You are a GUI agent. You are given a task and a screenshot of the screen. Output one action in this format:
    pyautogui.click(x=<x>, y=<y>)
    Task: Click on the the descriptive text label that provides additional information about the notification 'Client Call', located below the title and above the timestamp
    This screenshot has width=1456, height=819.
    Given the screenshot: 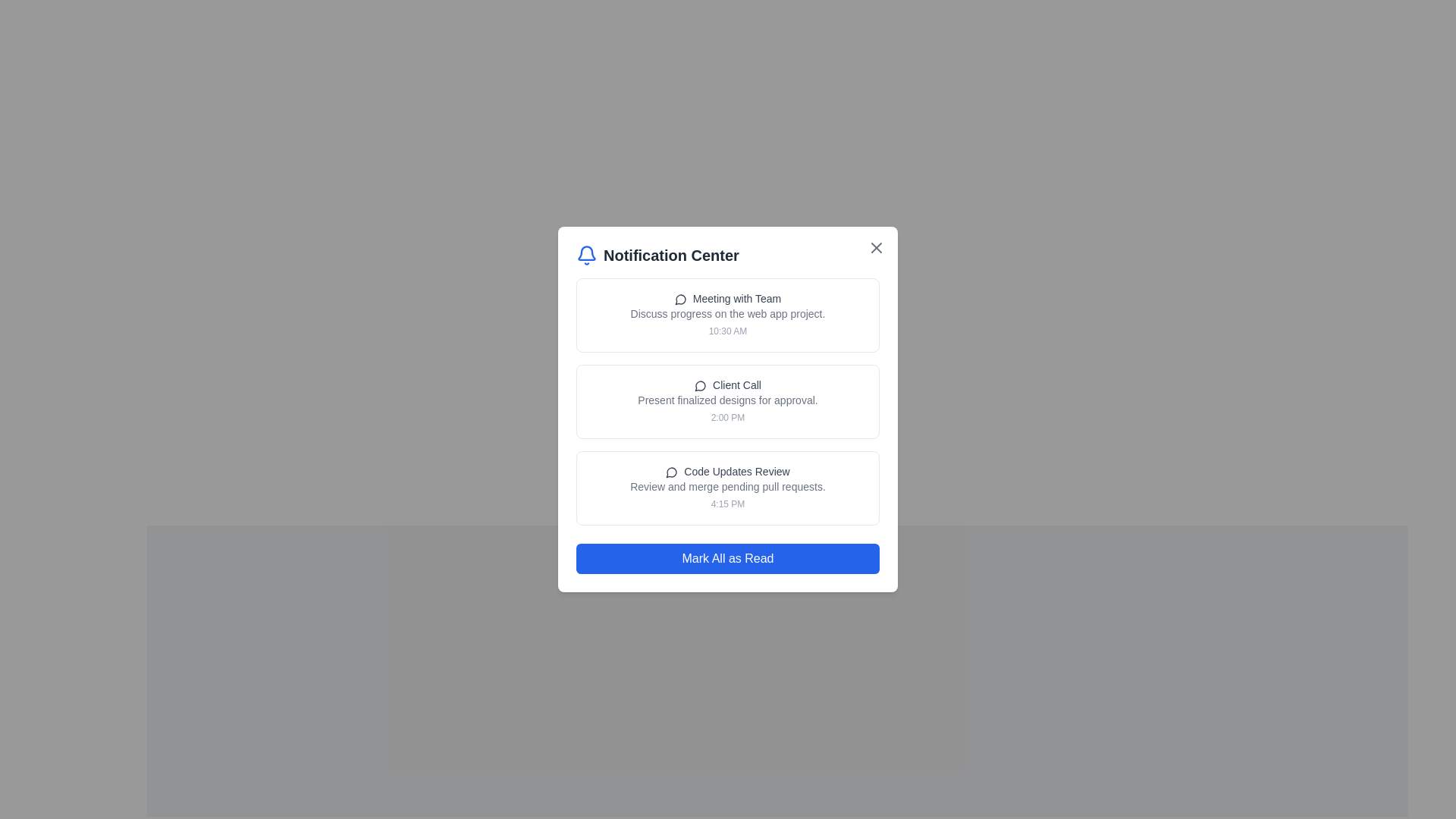 What is the action you would take?
    pyautogui.click(x=728, y=400)
    